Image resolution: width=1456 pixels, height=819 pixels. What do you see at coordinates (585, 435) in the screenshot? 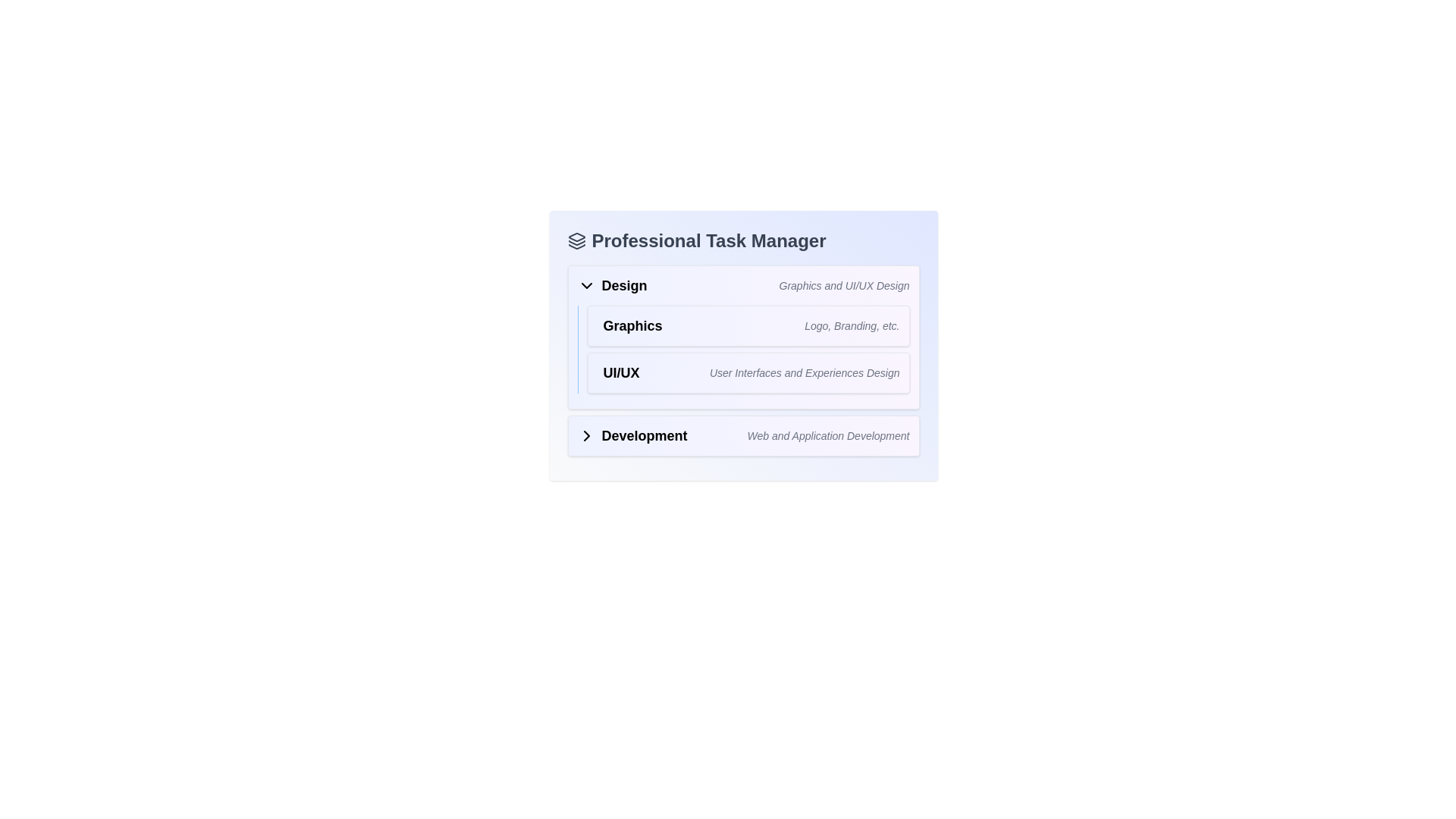
I see `the Chevron icon located to the left of the 'Development' label under the 'Professional Task Manager' header` at bounding box center [585, 435].